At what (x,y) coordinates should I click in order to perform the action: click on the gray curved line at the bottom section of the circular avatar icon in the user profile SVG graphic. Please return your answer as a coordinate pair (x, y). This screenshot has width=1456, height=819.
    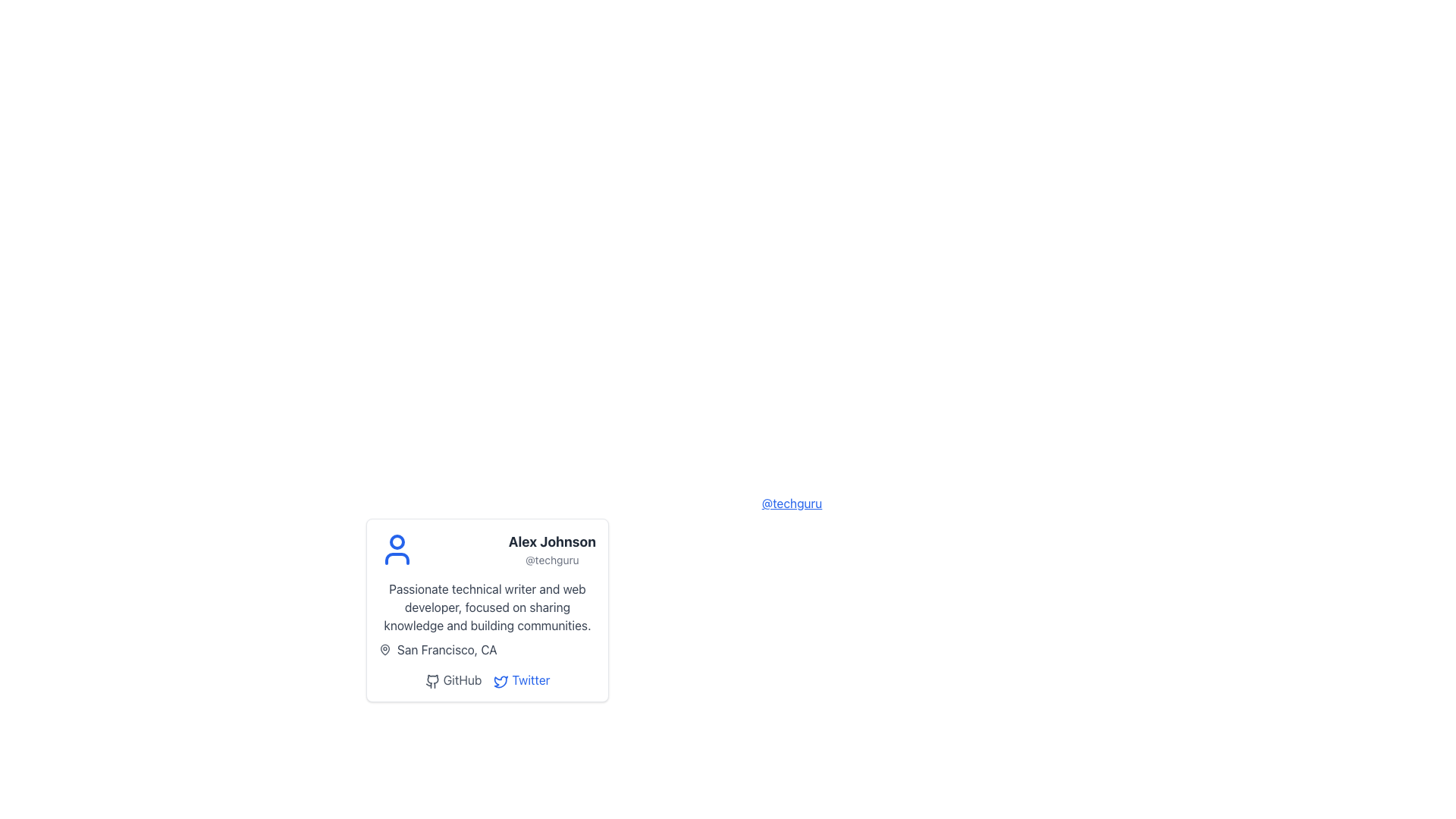
    Looking at the image, I should click on (397, 558).